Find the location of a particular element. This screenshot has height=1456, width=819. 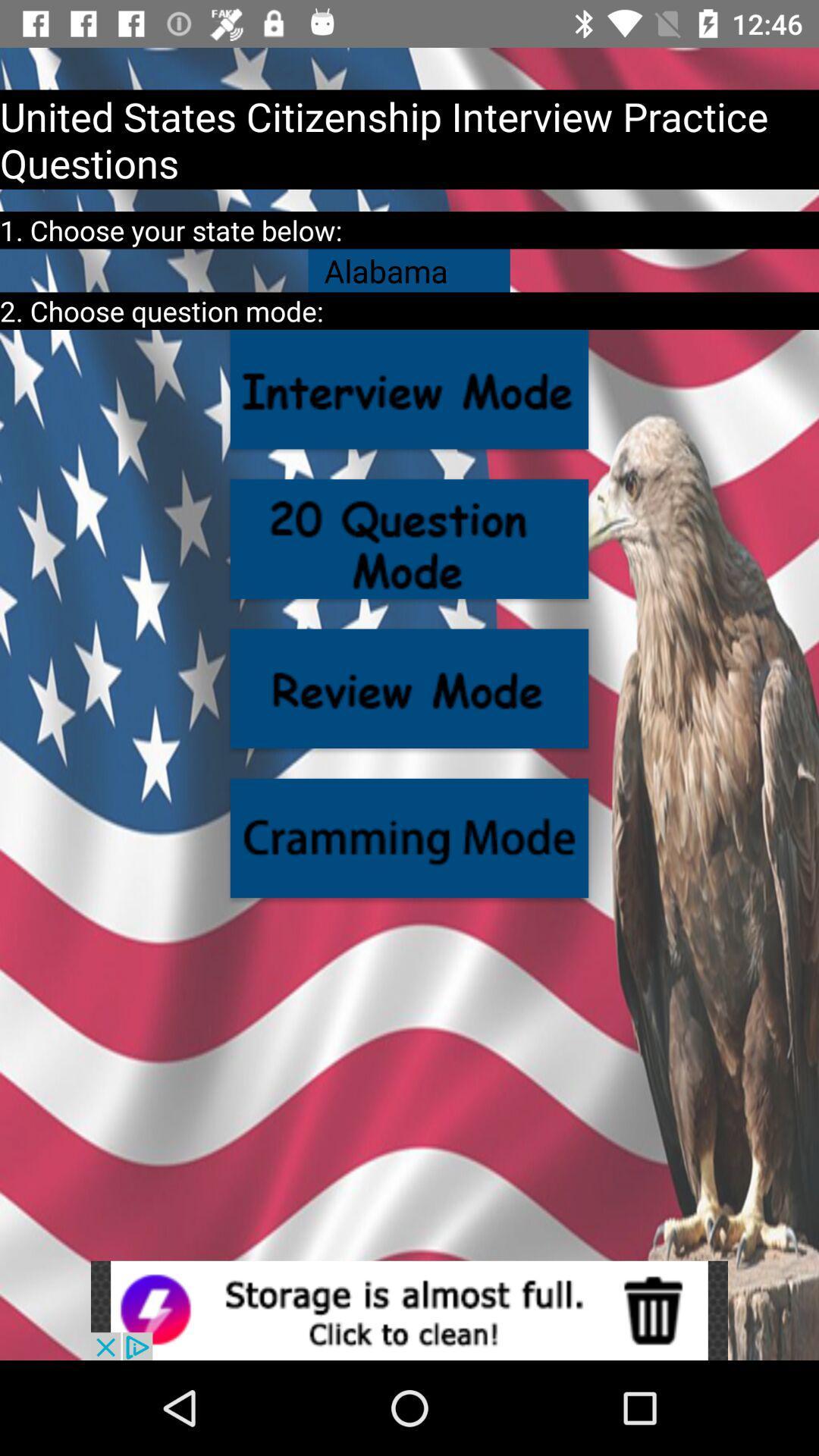

question mode is located at coordinates (409, 538).